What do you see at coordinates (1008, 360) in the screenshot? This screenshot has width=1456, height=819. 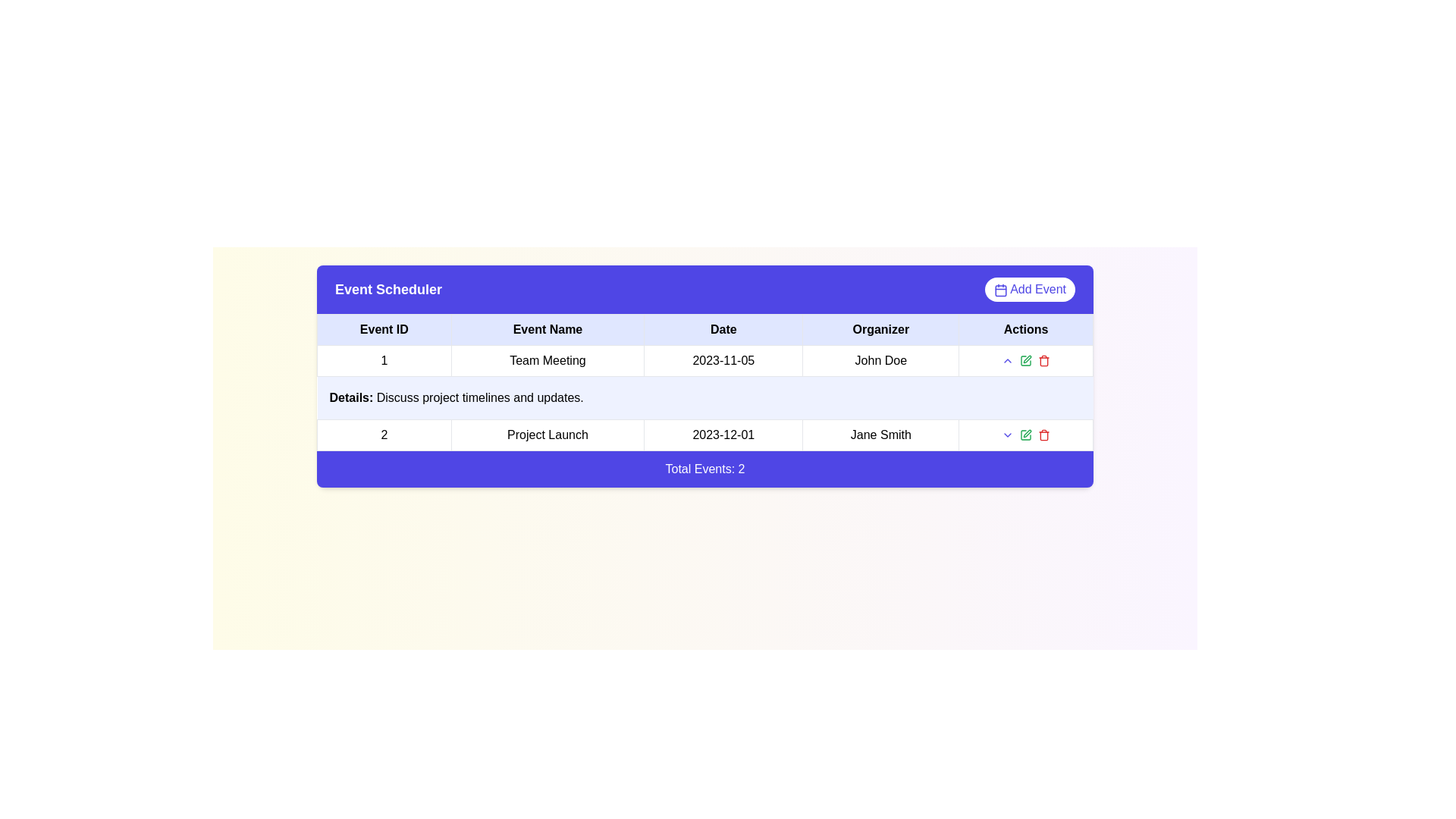 I see `the small up-chevron button, which is the first interactive icon in the second row of the table under the 'Actions' column` at bounding box center [1008, 360].